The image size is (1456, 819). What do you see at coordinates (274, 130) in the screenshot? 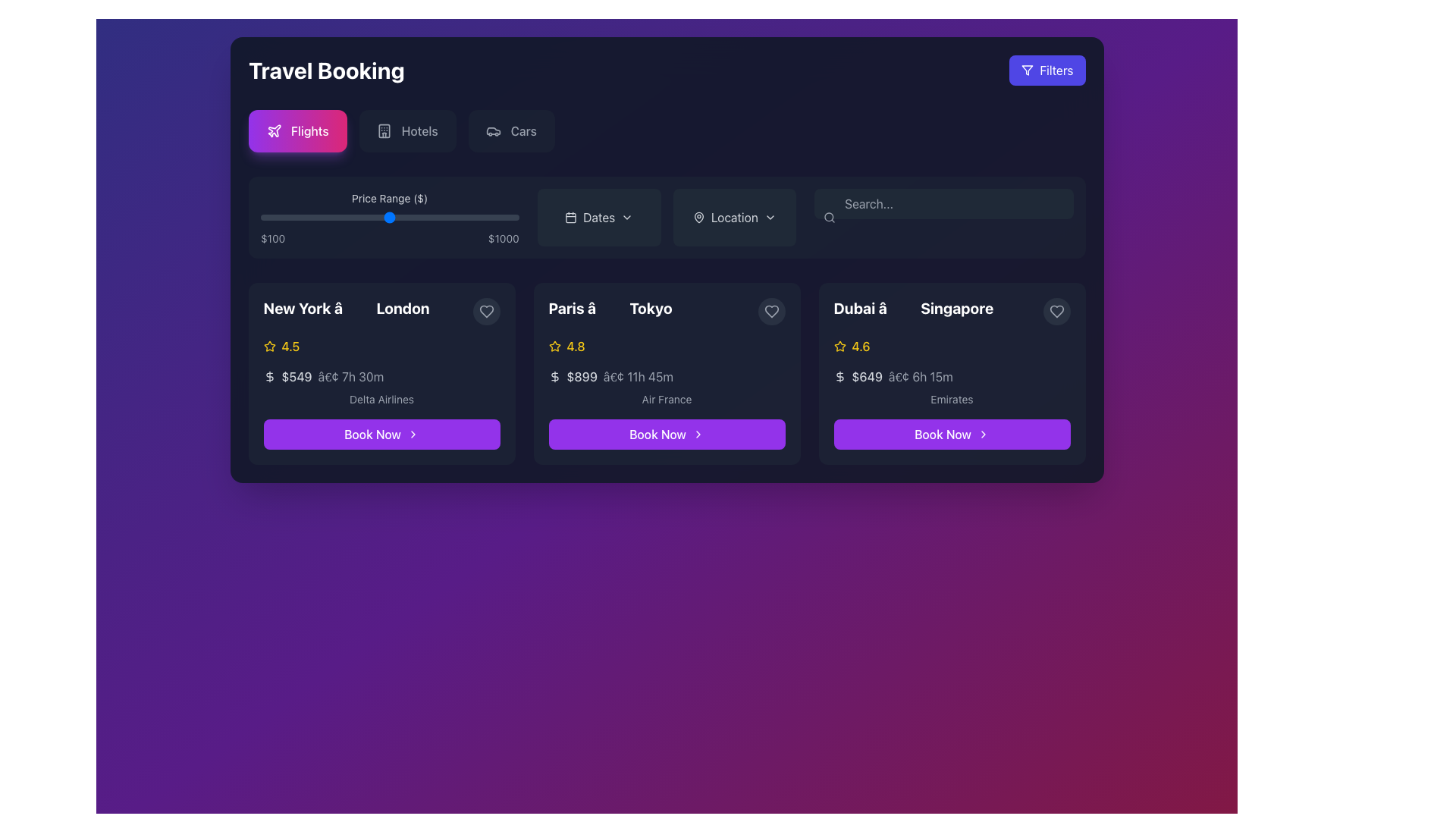
I see `the 'Flights' icon located to the left of the 'Flights' text, which visually represents air travel functionality` at bounding box center [274, 130].